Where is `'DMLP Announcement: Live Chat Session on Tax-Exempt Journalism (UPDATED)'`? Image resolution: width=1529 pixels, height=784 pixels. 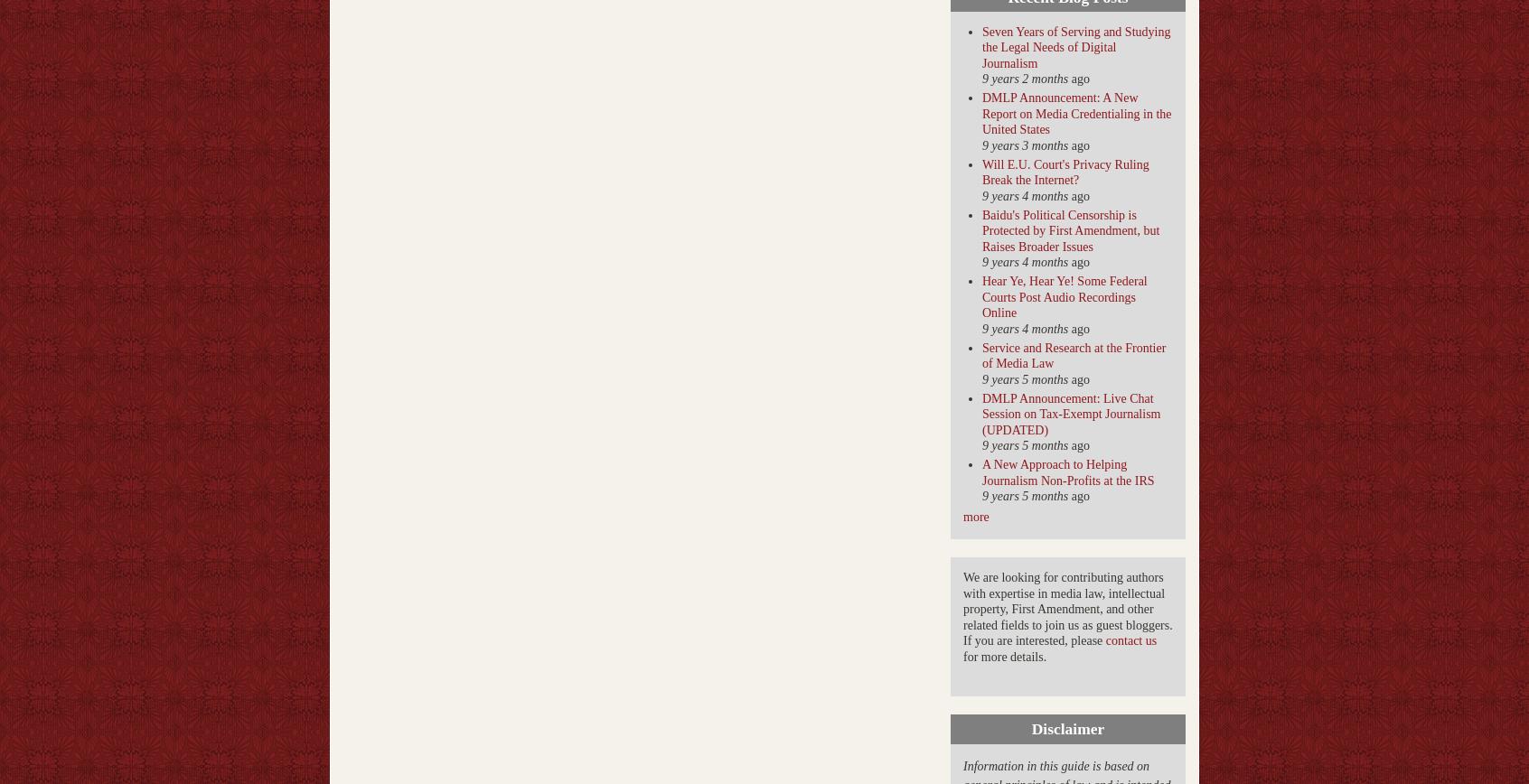
'DMLP Announcement: Live Chat Session on Tax-Exempt Journalism (UPDATED)' is located at coordinates (1070, 413).